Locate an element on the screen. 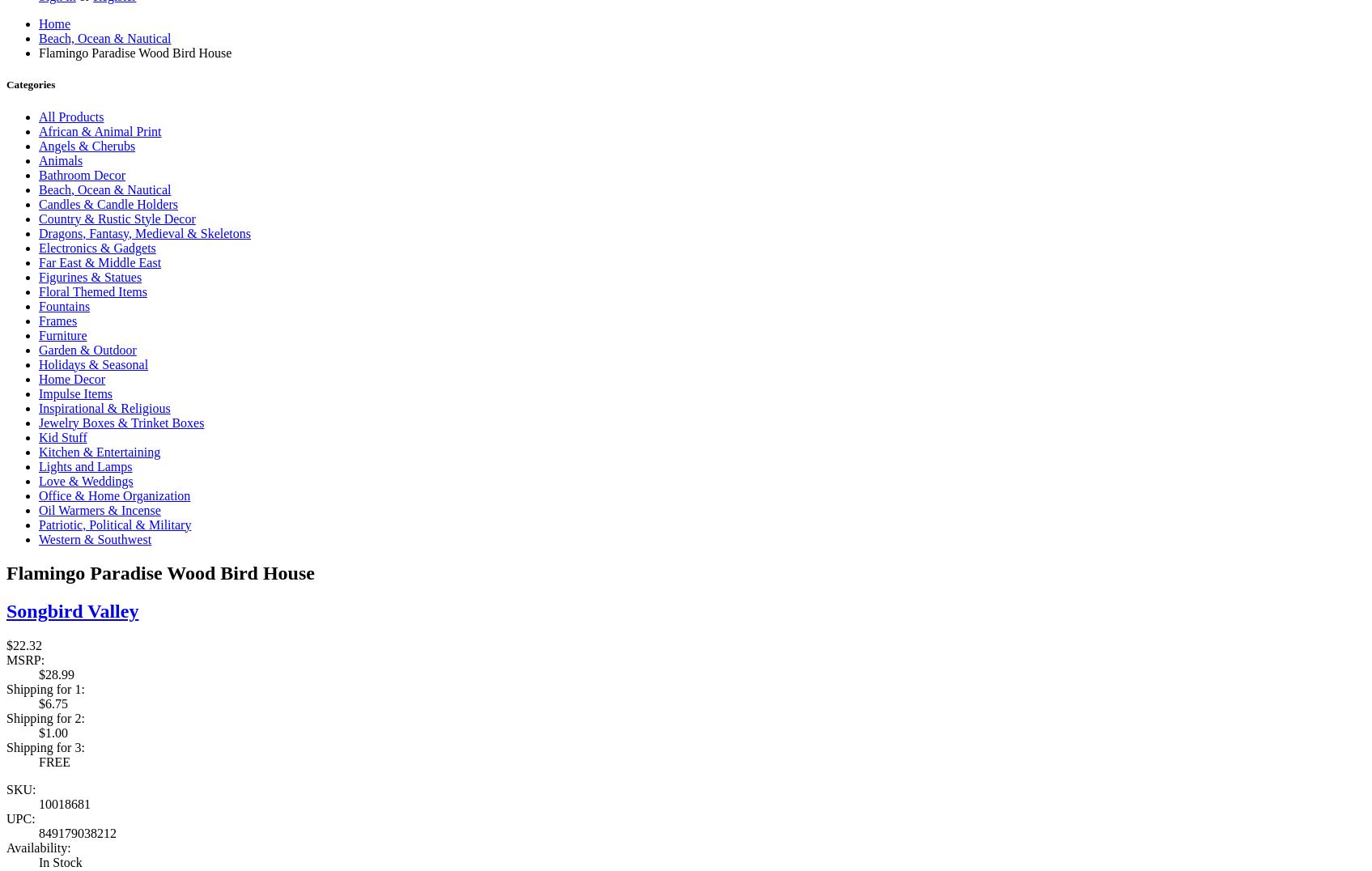  'Country & Rustic Style Decor' is located at coordinates (117, 218).